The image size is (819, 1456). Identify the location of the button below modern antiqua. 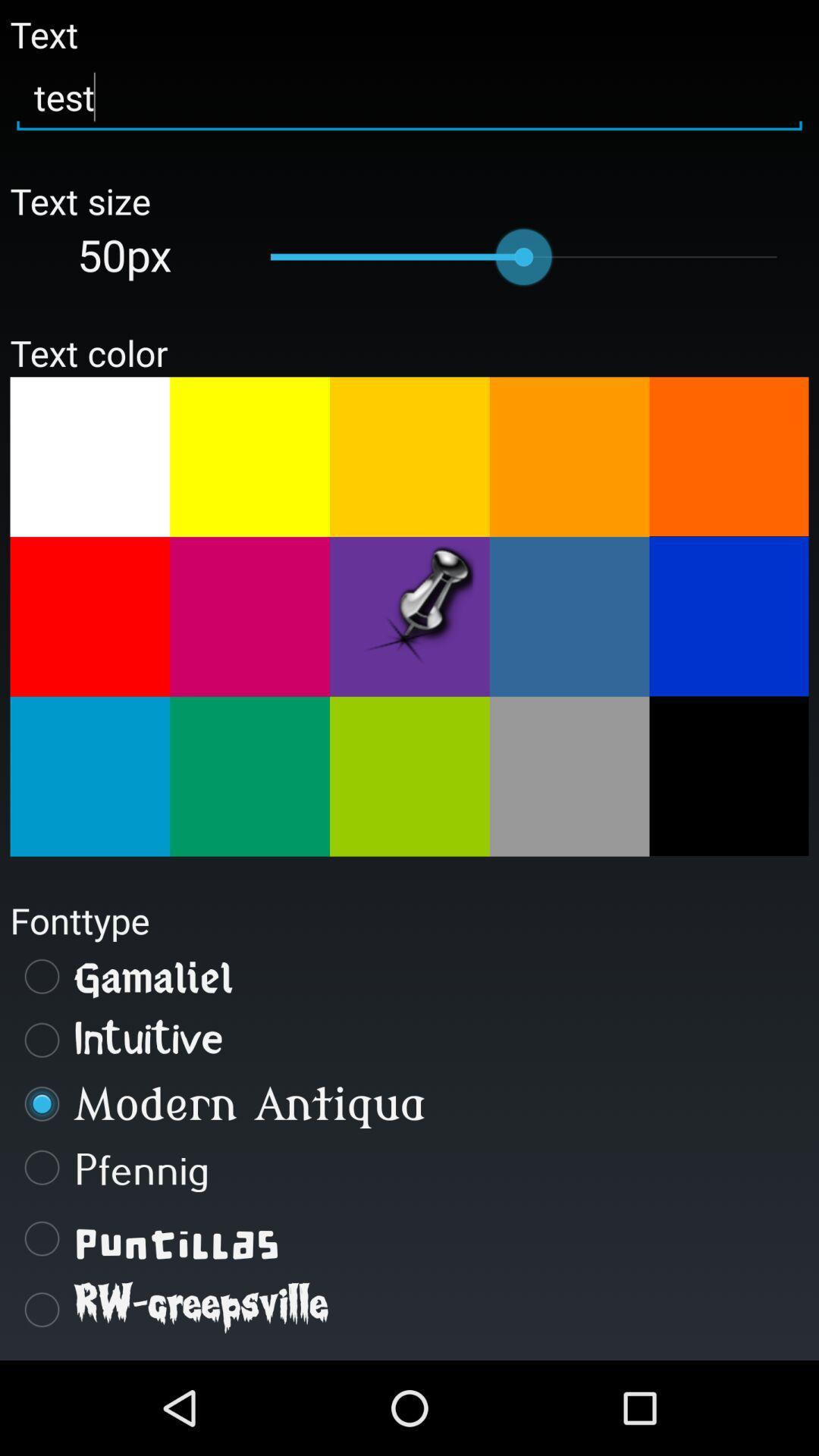
(409, 1167).